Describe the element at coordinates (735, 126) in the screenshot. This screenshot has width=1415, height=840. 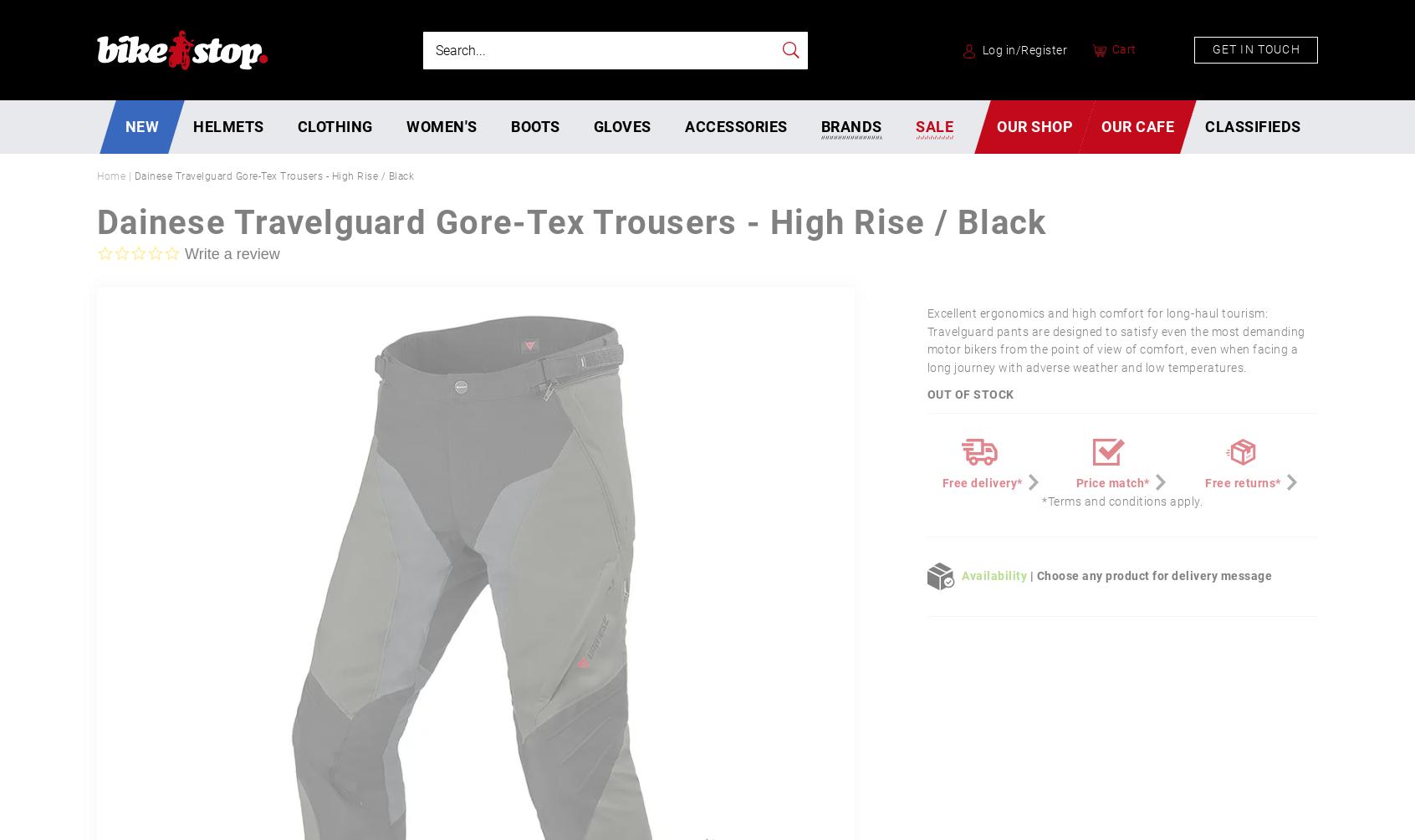
I see `'Accessories'` at that location.